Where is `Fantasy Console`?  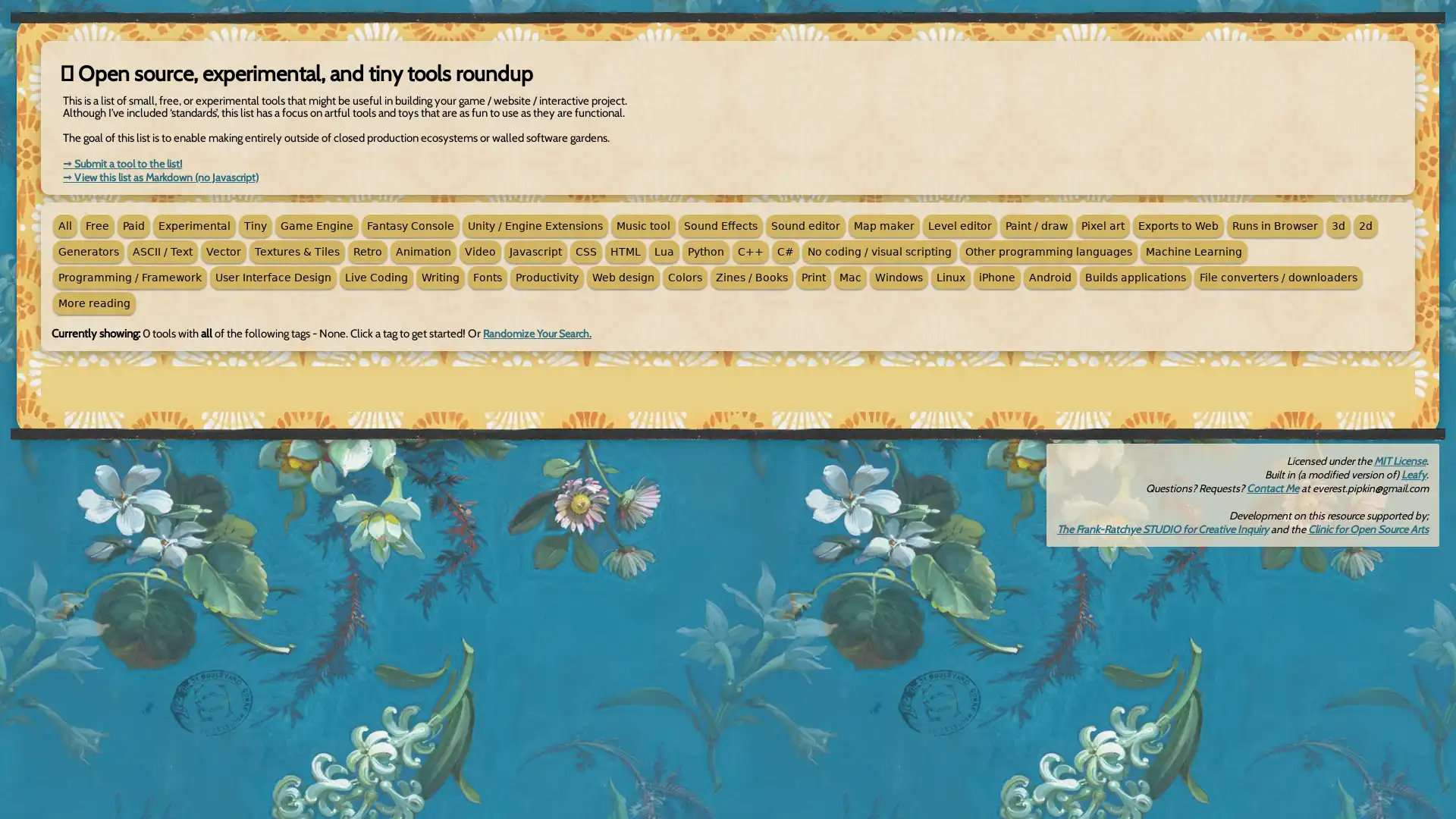
Fantasy Console is located at coordinates (410, 225).